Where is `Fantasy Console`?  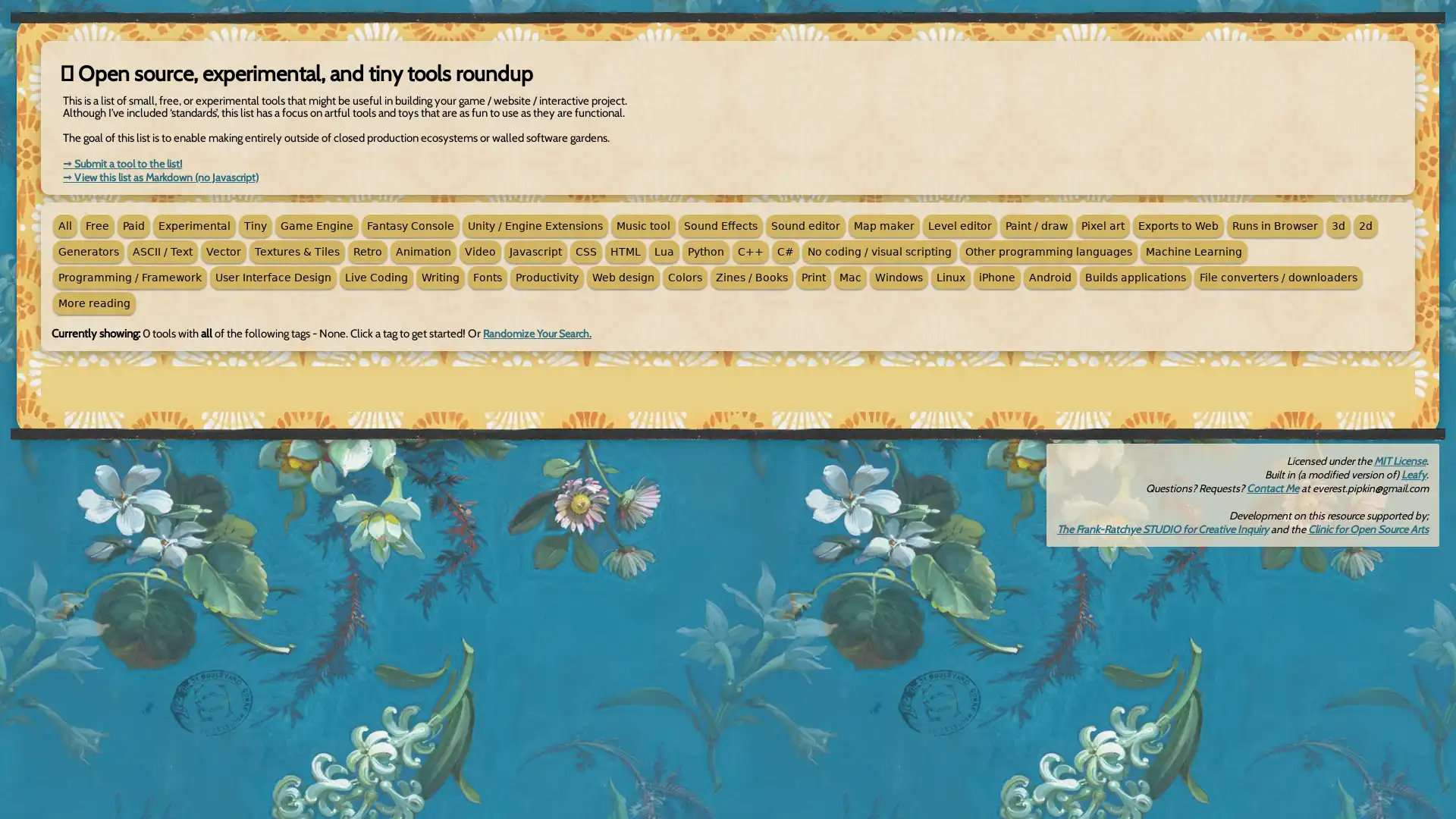
Fantasy Console is located at coordinates (410, 225).